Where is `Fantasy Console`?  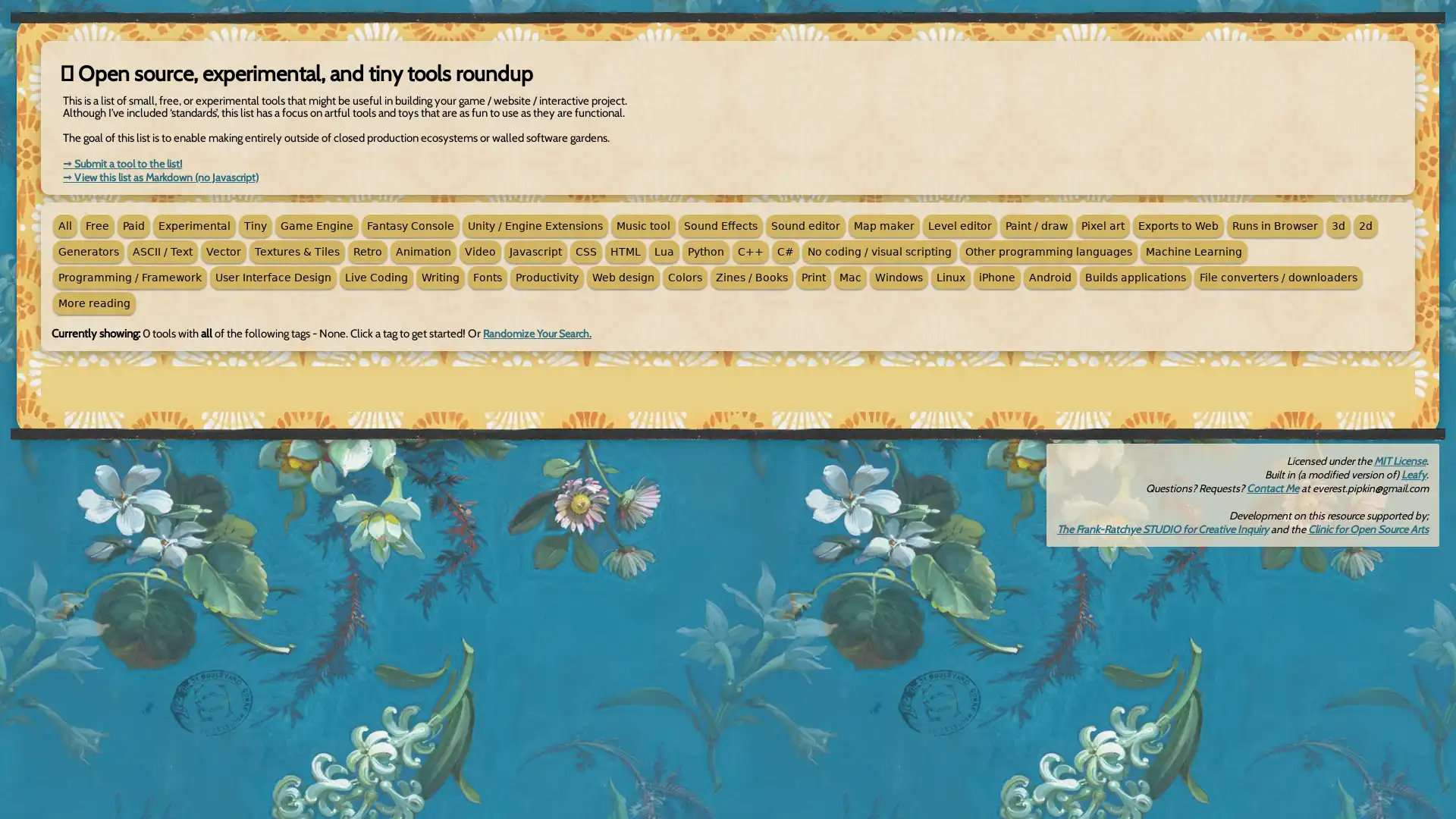
Fantasy Console is located at coordinates (410, 225).